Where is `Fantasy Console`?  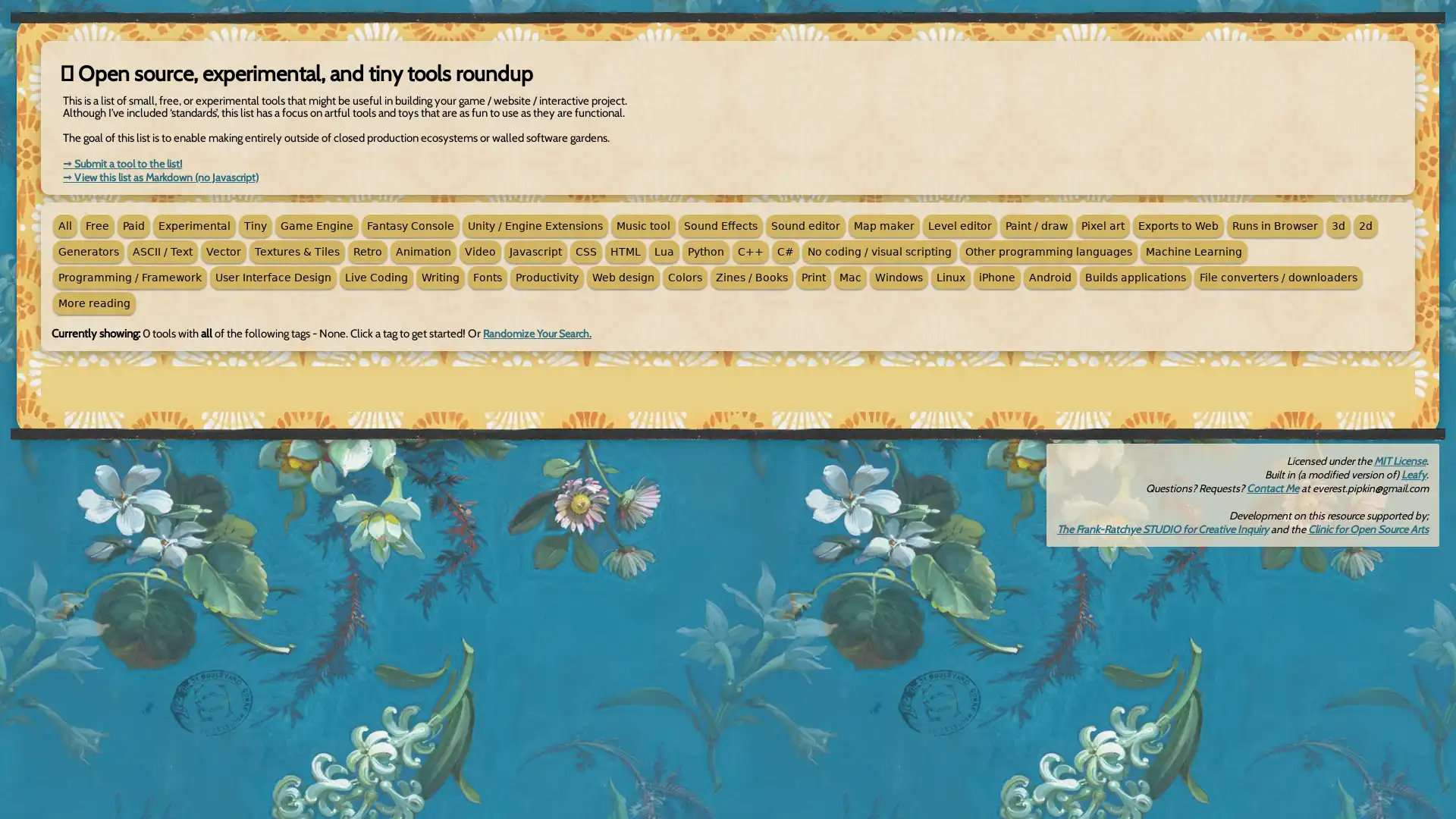
Fantasy Console is located at coordinates (410, 225).